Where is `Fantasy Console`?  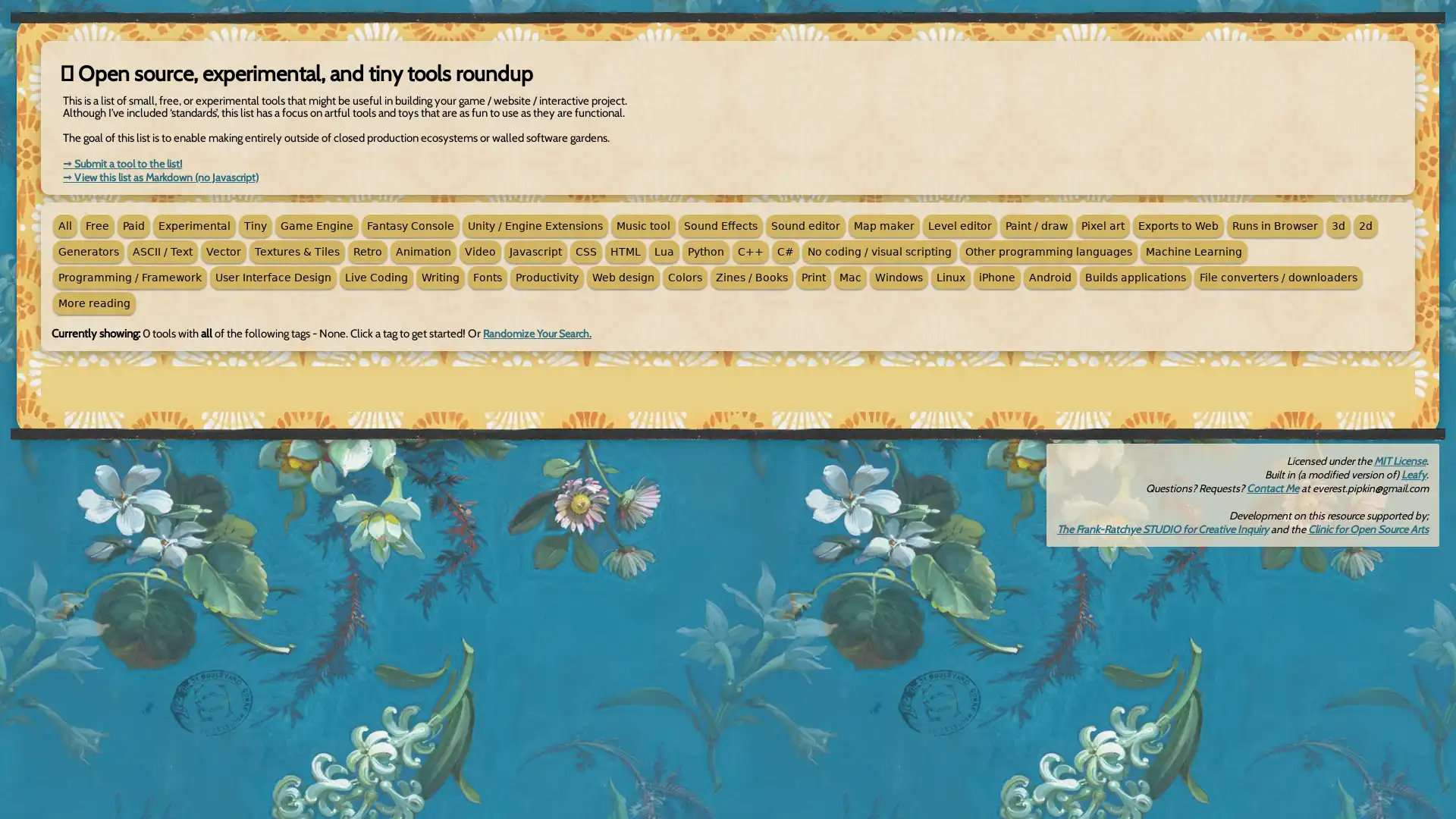
Fantasy Console is located at coordinates (410, 225).